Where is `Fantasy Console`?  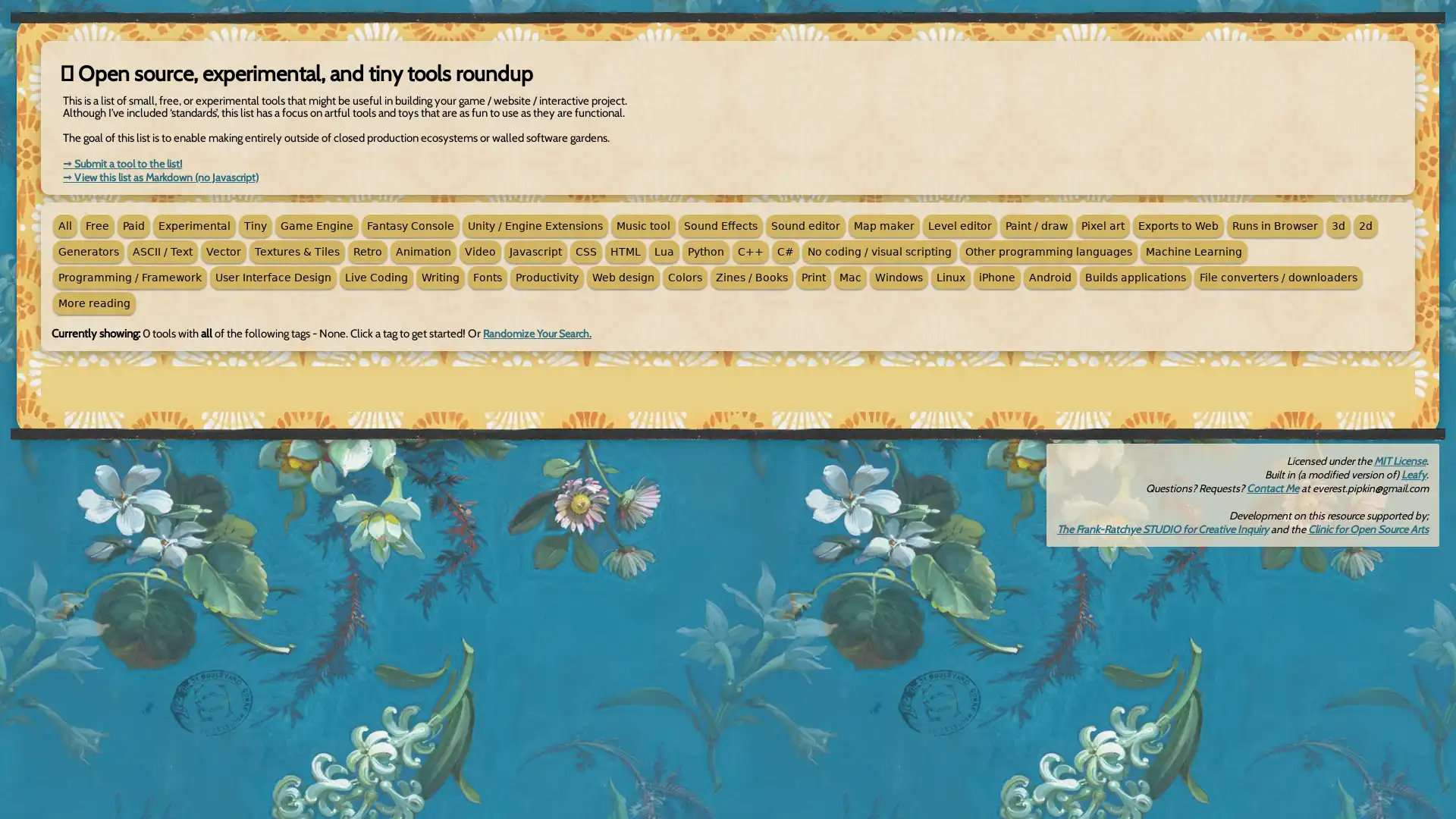
Fantasy Console is located at coordinates (410, 225).